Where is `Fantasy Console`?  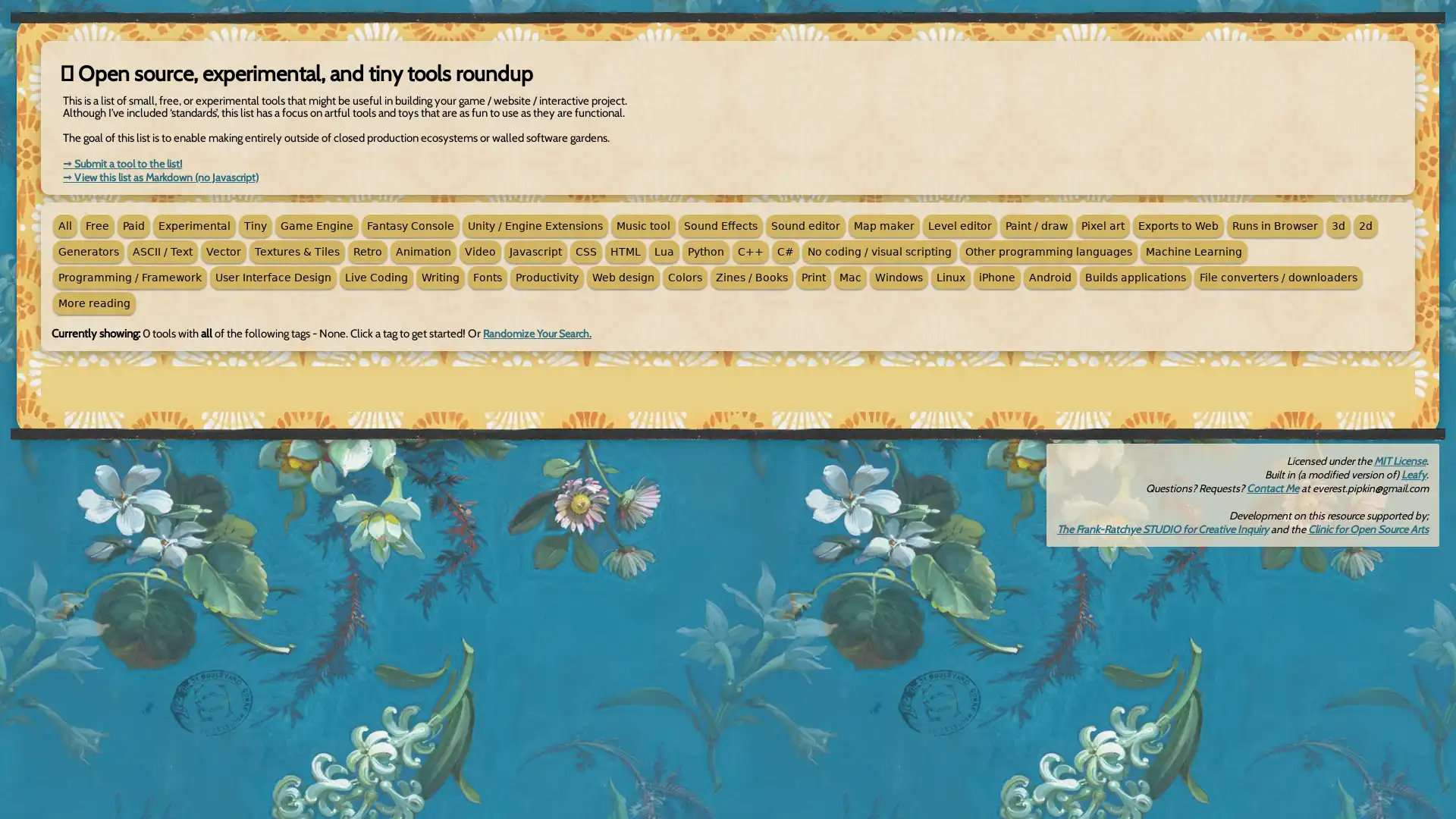
Fantasy Console is located at coordinates (410, 225).